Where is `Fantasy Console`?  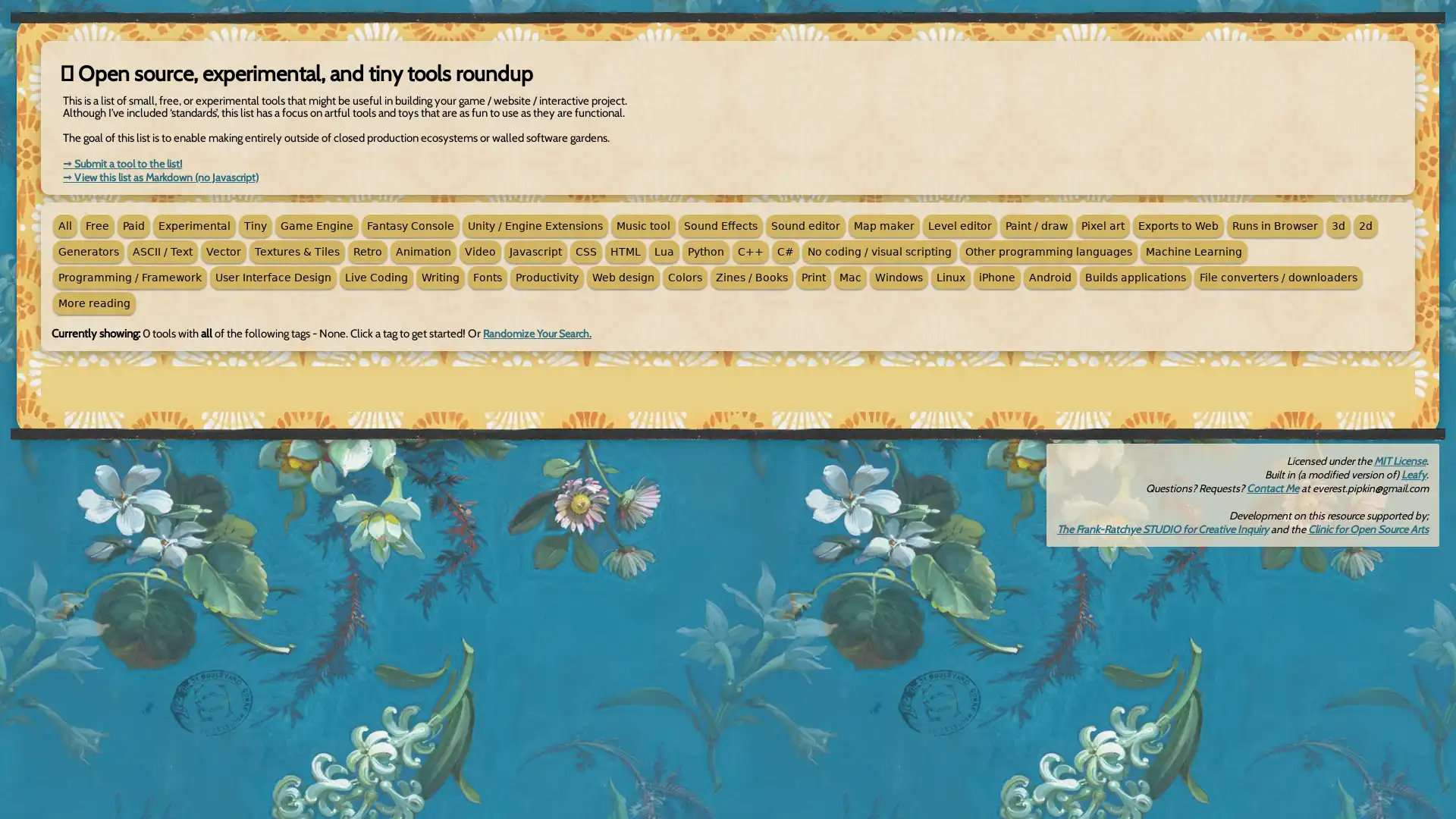
Fantasy Console is located at coordinates (410, 225).